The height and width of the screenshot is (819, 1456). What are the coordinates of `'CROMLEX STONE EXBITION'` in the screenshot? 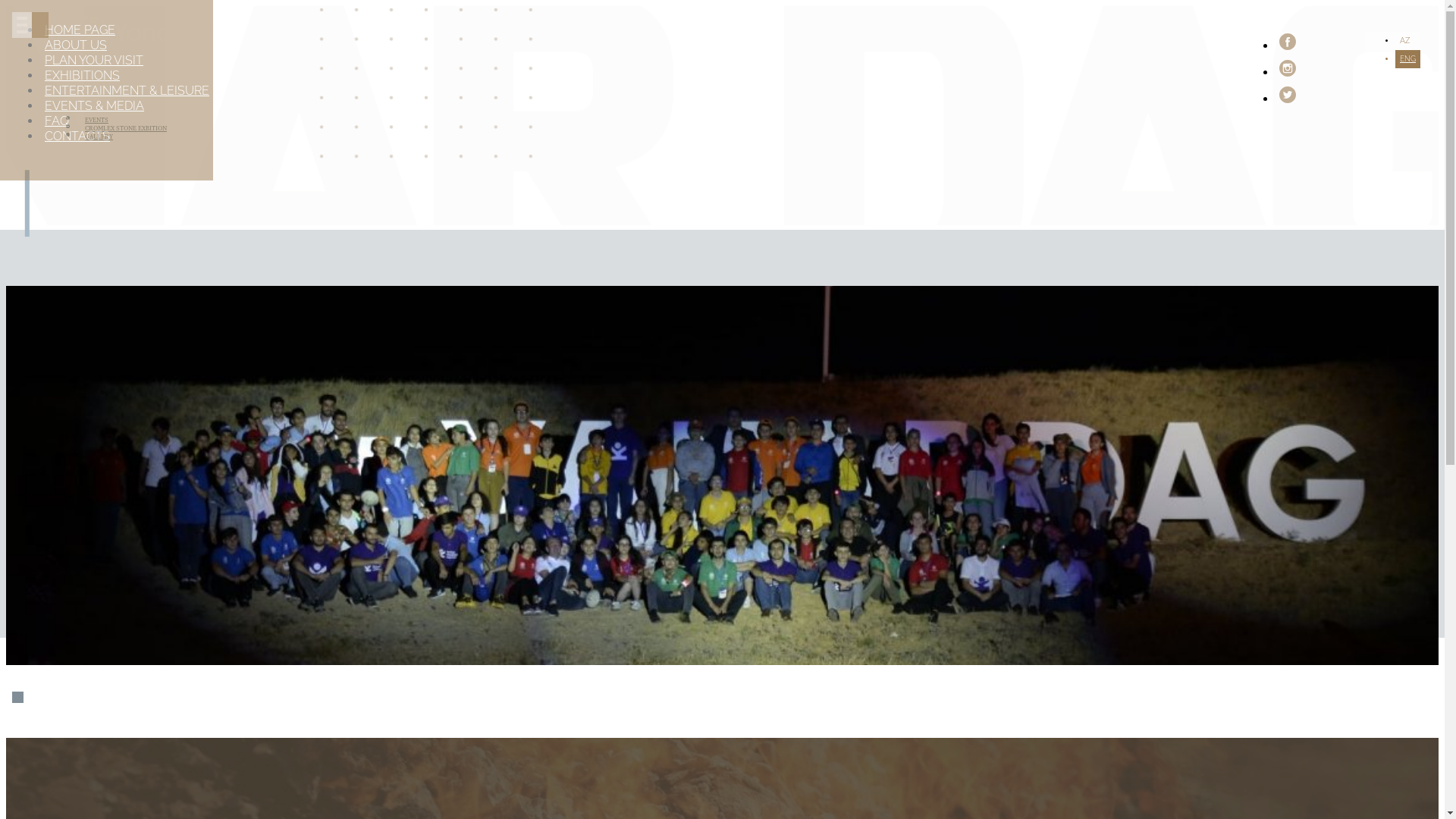 It's located at (126, 127).